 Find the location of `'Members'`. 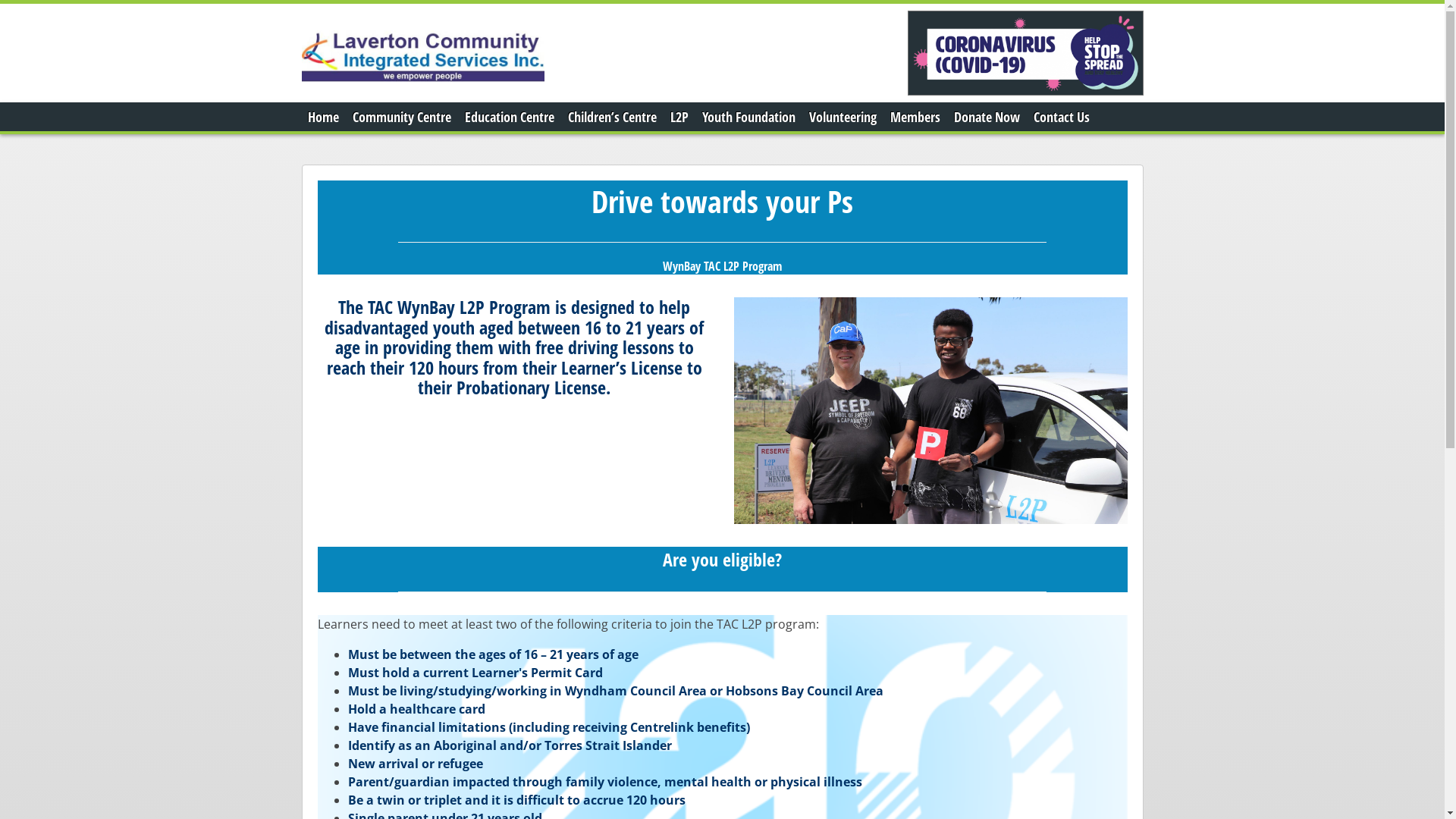

'Members' is located at coordinates (914, 116).